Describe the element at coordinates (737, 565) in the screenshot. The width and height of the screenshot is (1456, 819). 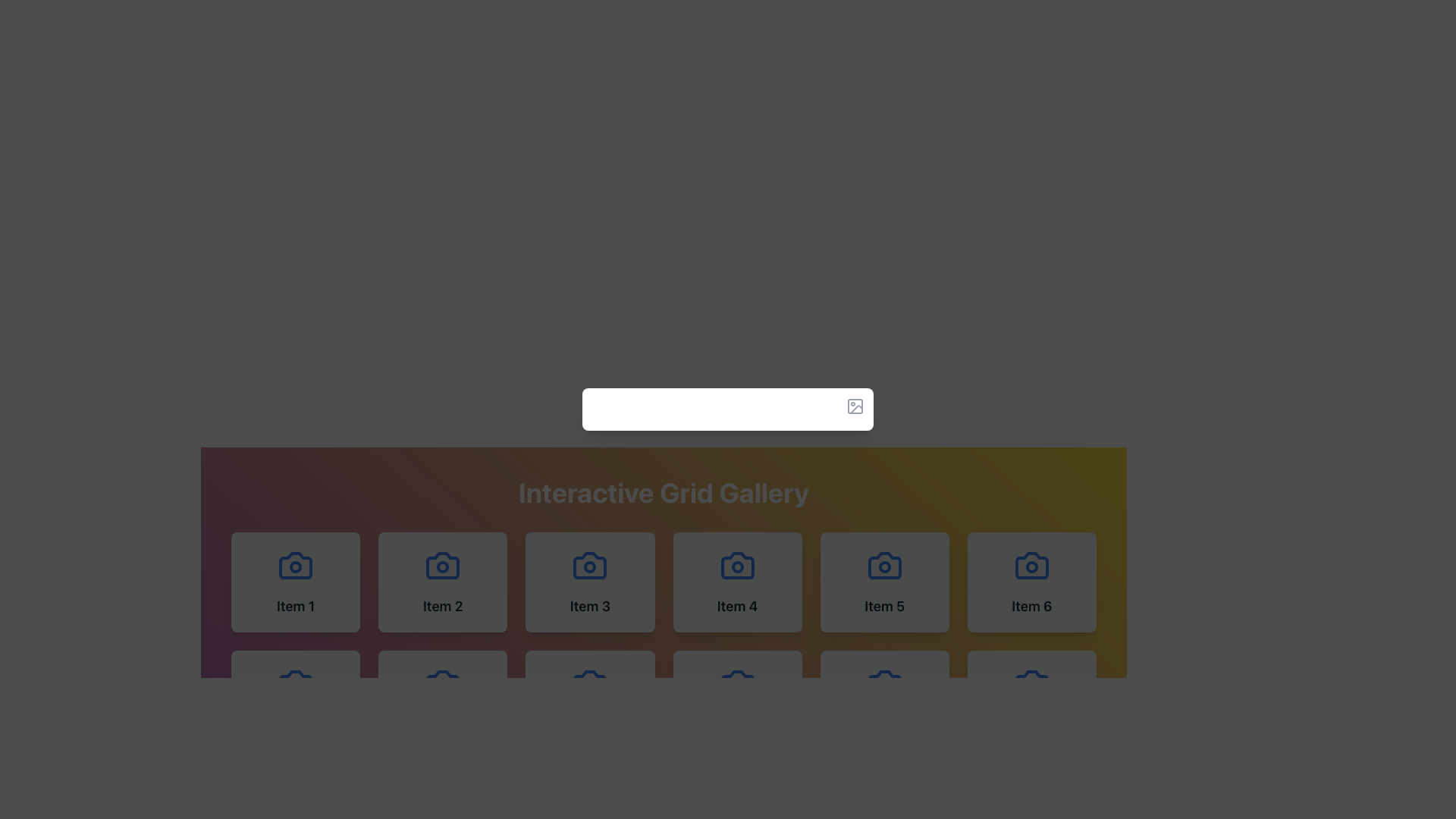
I see `the camera icon in the 'Item 4' card, which is visually associated with photography and centrally aligned above the text 'Item 4'` at that location.